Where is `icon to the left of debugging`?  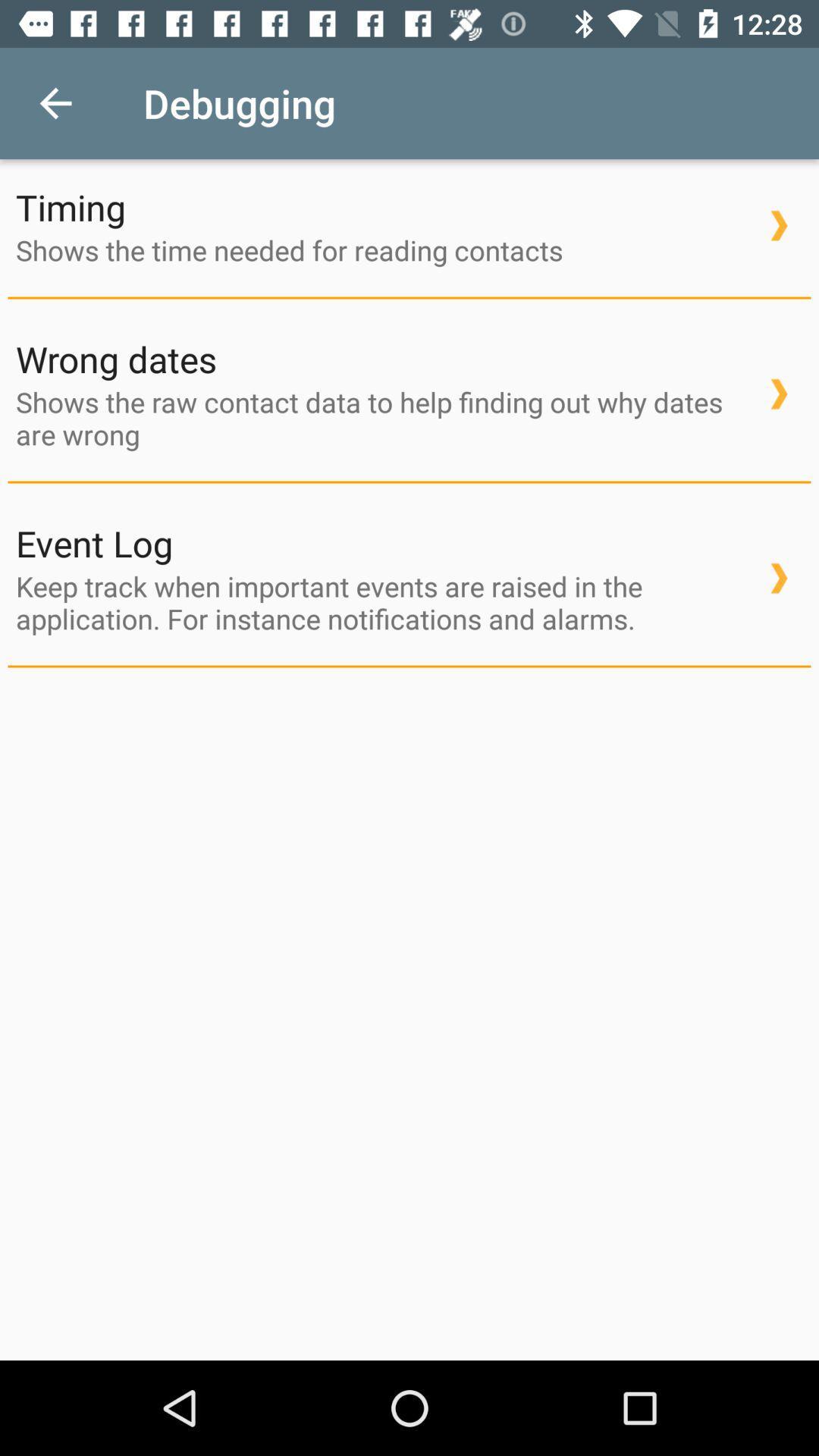 icon to the left of debugging is located at coordinates (55, 102).